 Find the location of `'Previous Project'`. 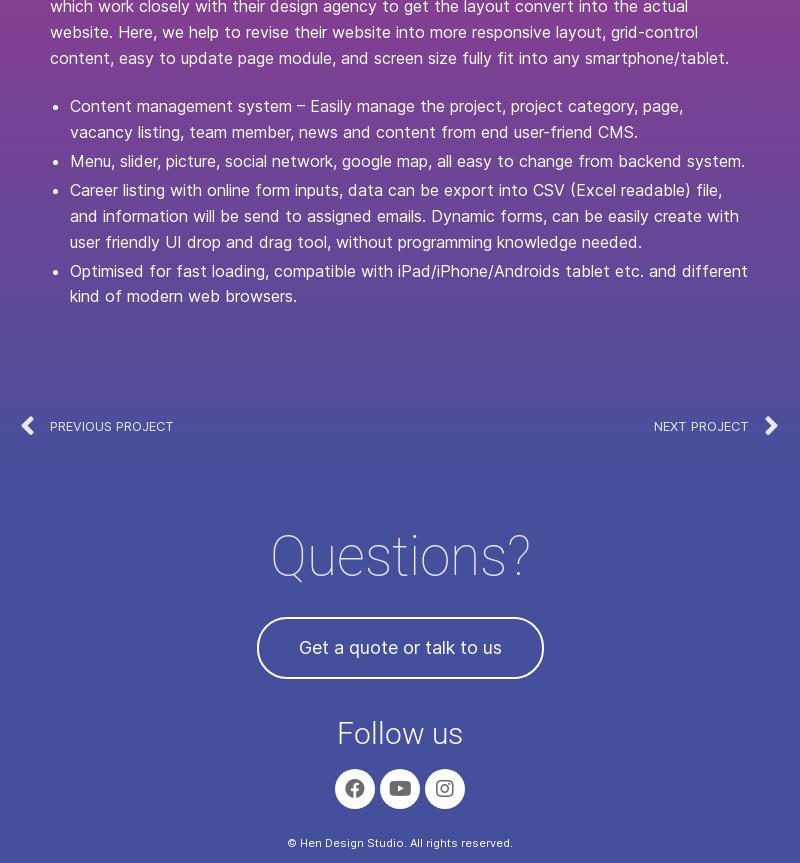

'Previous Project' is located at coordinates (111, 425).